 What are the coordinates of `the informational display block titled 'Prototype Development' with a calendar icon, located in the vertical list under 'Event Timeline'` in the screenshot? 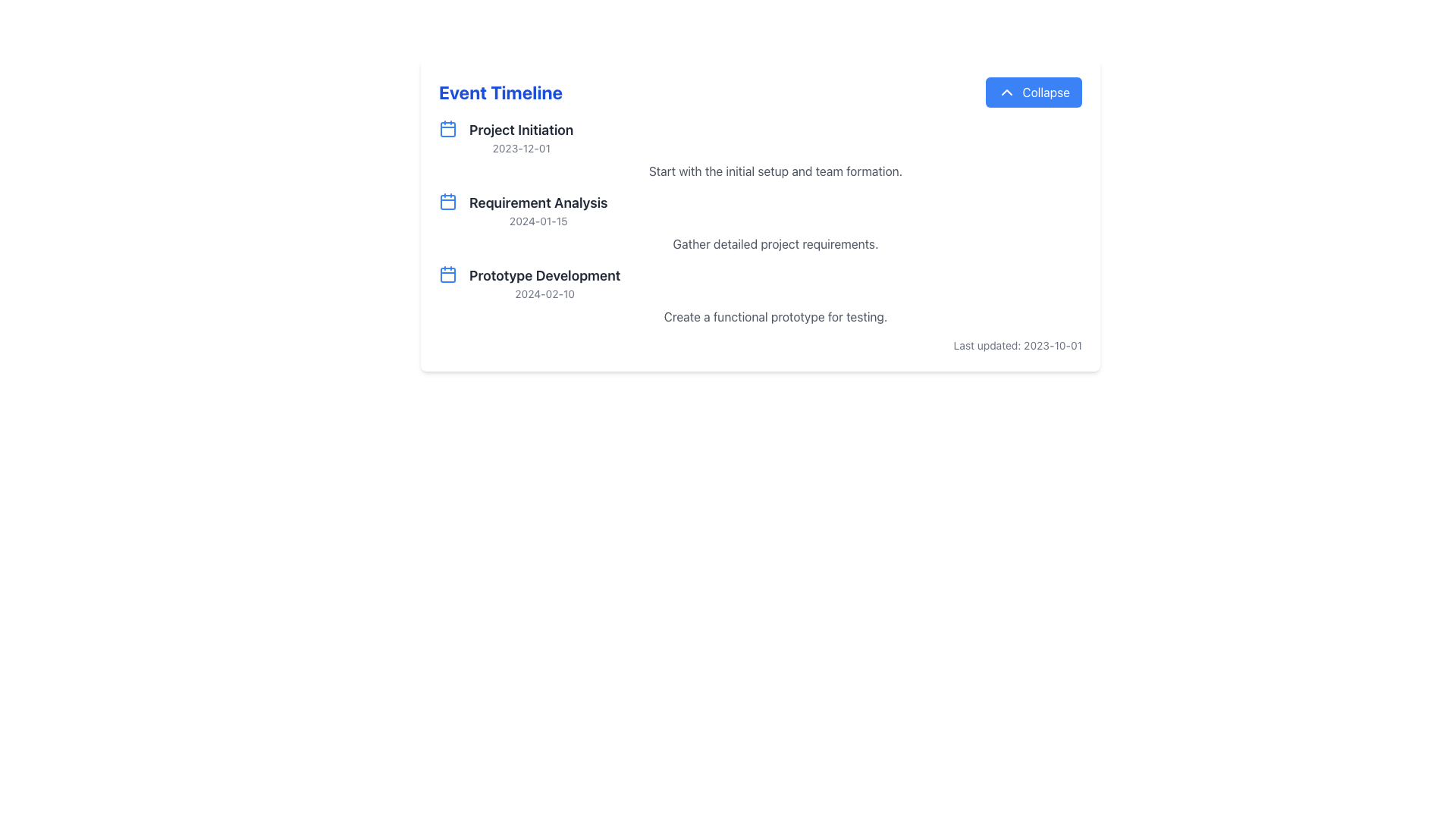 It's located at (761, 284).